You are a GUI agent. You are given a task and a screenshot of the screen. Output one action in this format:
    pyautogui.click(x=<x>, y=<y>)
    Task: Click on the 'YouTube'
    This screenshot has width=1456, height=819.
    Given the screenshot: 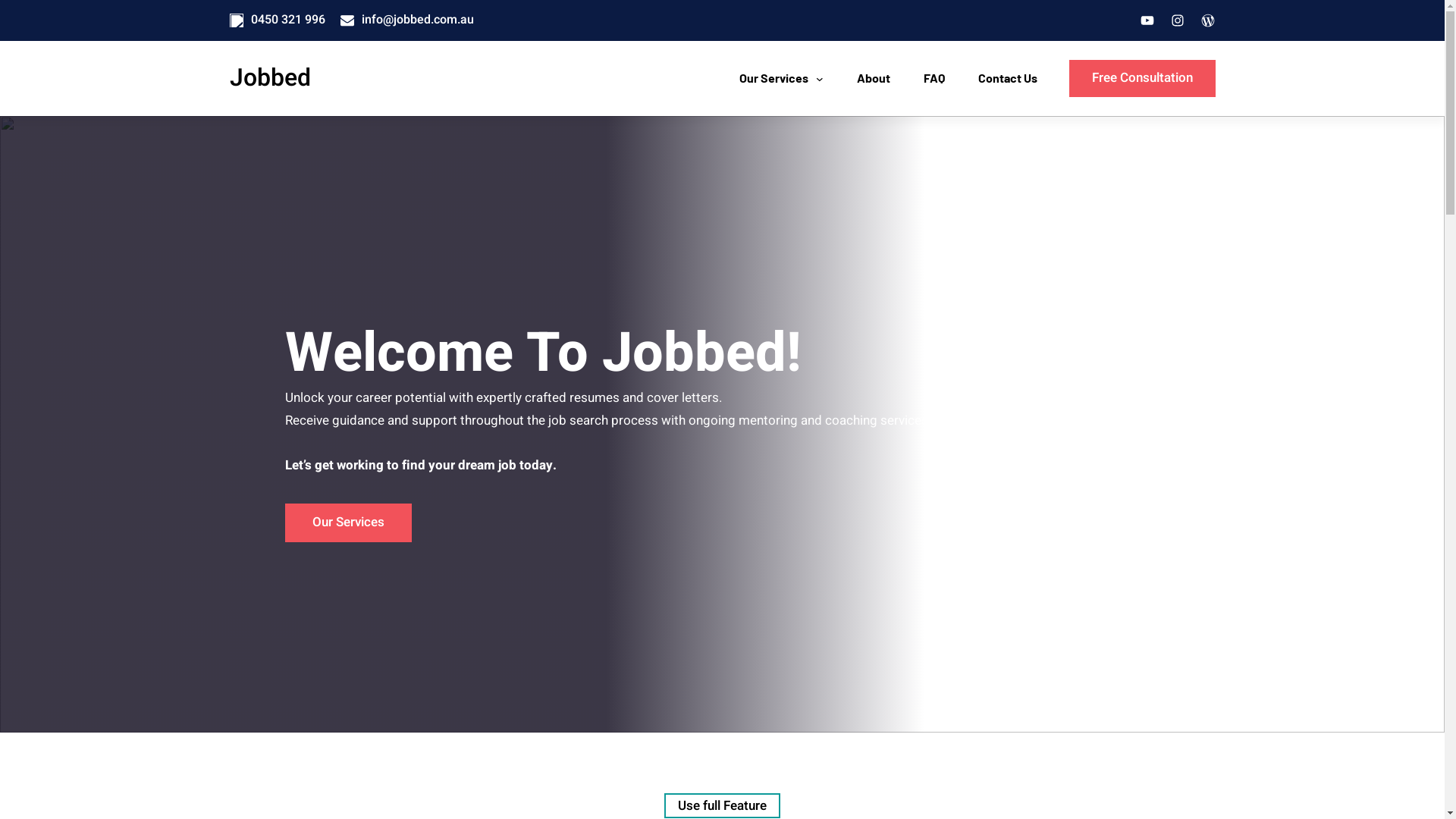 What is the action you would take?
    pyautogui.click(x=1147, y=20)
    